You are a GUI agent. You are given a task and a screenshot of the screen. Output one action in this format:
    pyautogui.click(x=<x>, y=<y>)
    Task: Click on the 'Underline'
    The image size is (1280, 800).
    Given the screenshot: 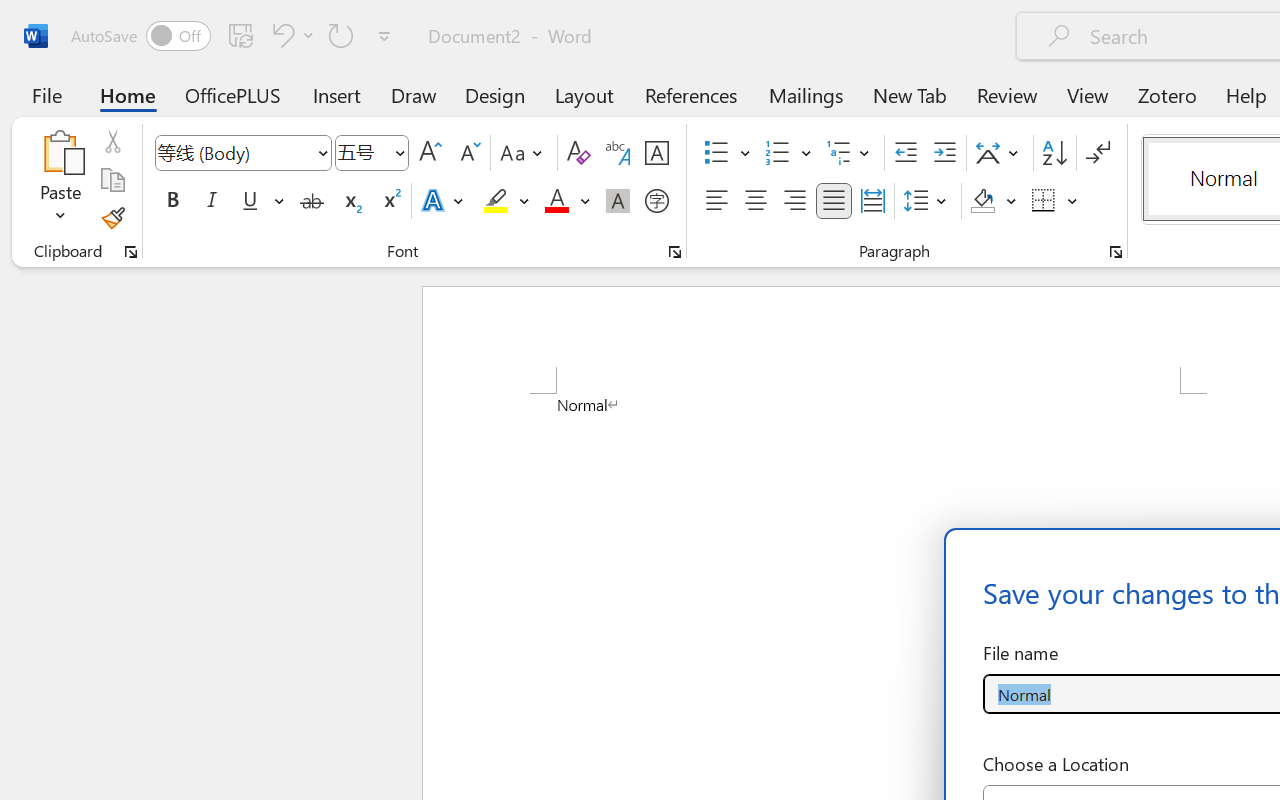 What is the action you would take?
    pyautogui.click(x=249, y=201)
    